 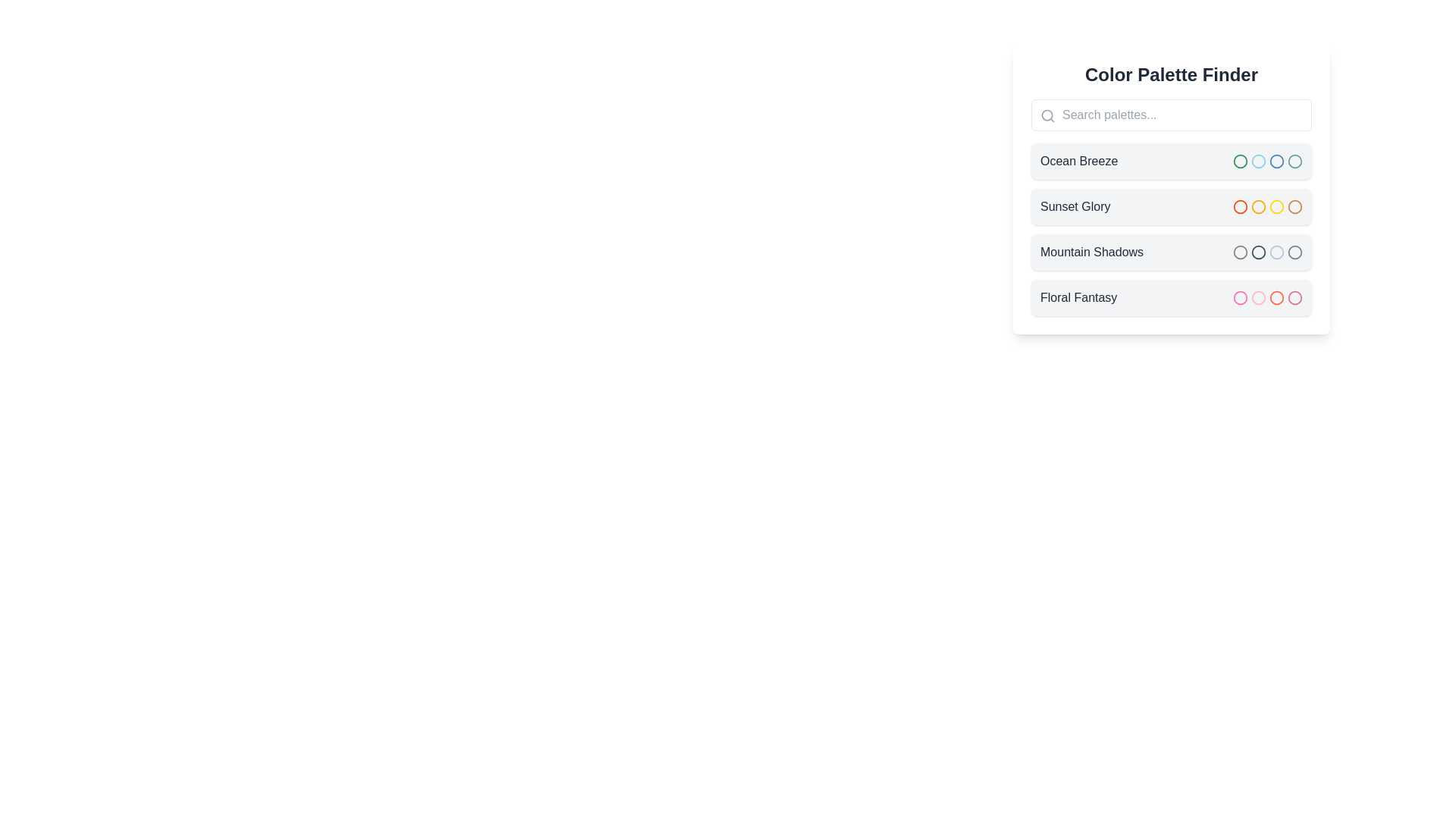 I want to click on the 'Mountain Shadows' color palette option in the 'Color Palette Finder' section, which is the third item in a vertically stacked list of four elements, so click(x=1171, y=251).